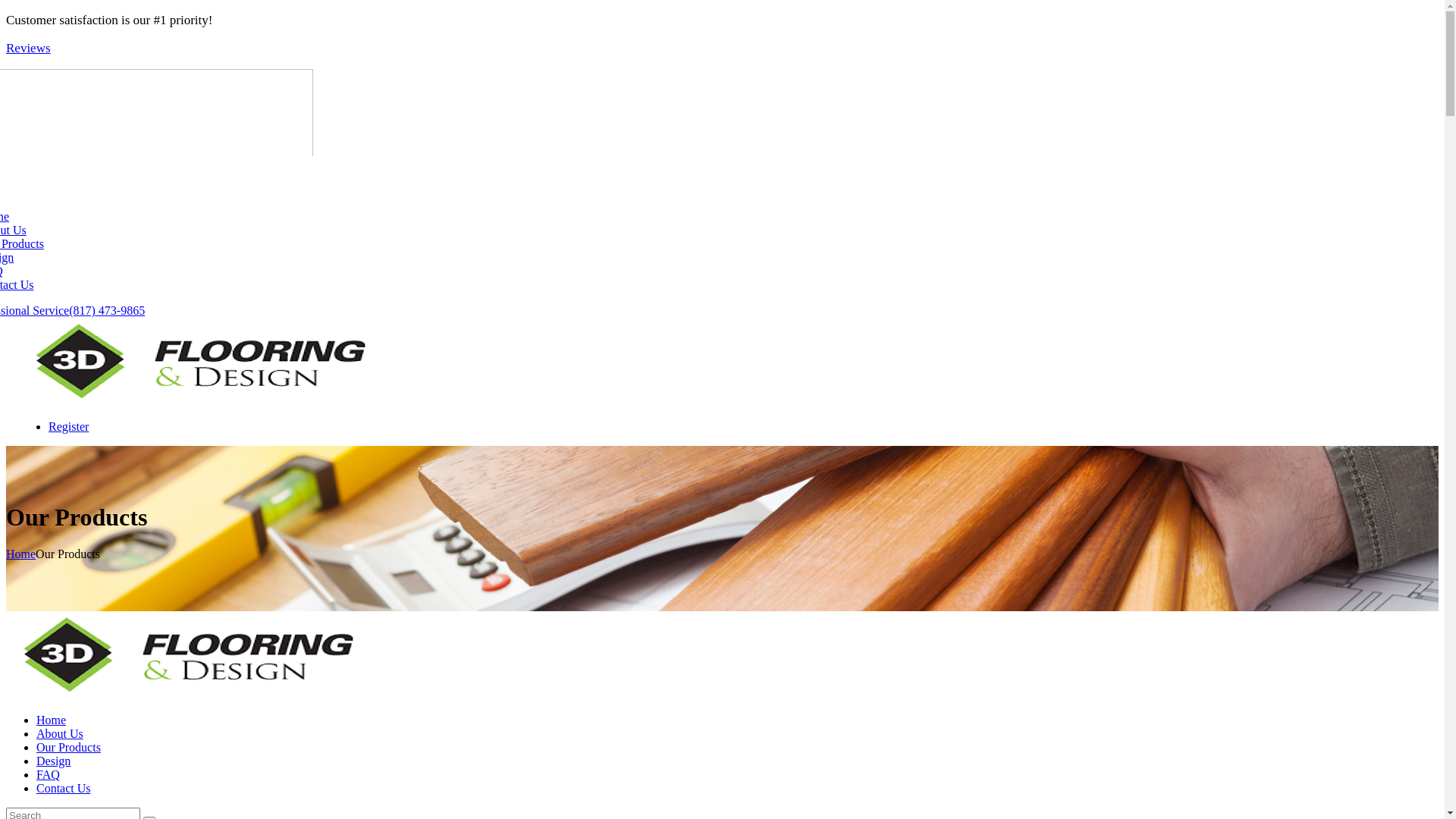  What do you see at coordinates (51, 719) in the screenshot?
I see `'Home'` at bounding box center [51, 719].